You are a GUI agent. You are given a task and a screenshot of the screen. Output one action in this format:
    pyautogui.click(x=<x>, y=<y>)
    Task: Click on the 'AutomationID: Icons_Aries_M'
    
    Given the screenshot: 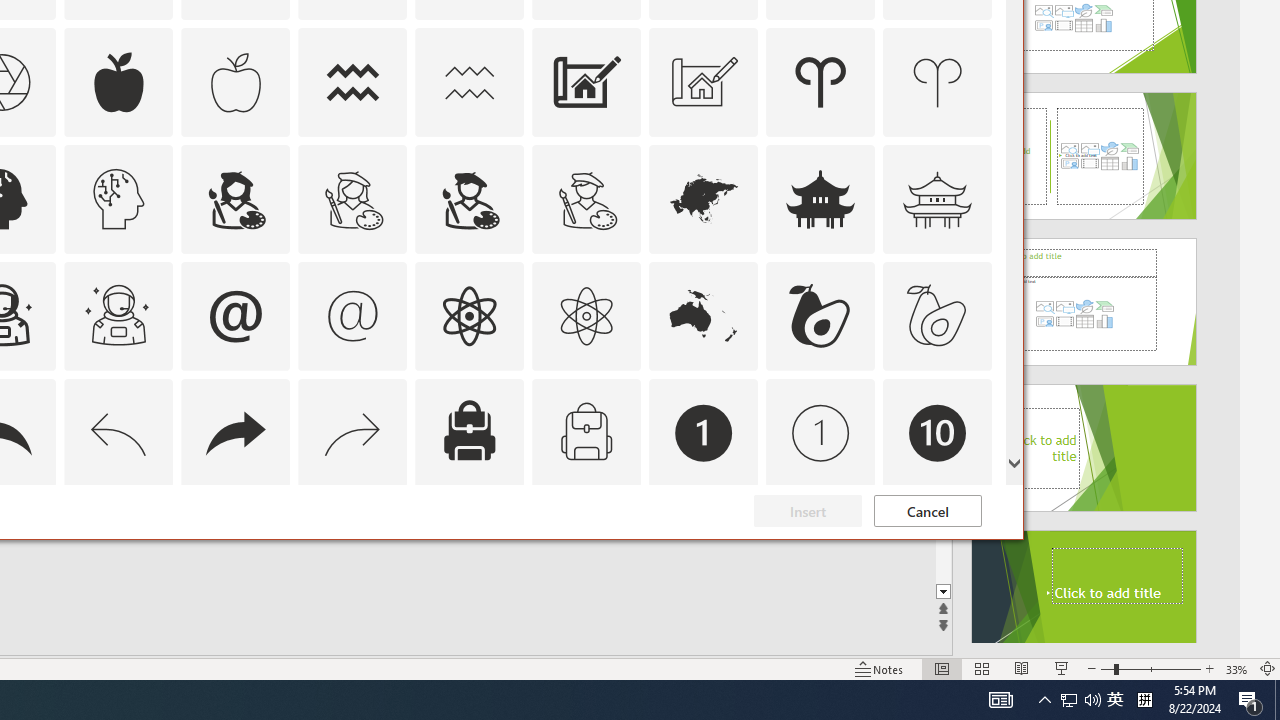 What is the action you would take?
    pyautogui.click(x=937, y=81)
    